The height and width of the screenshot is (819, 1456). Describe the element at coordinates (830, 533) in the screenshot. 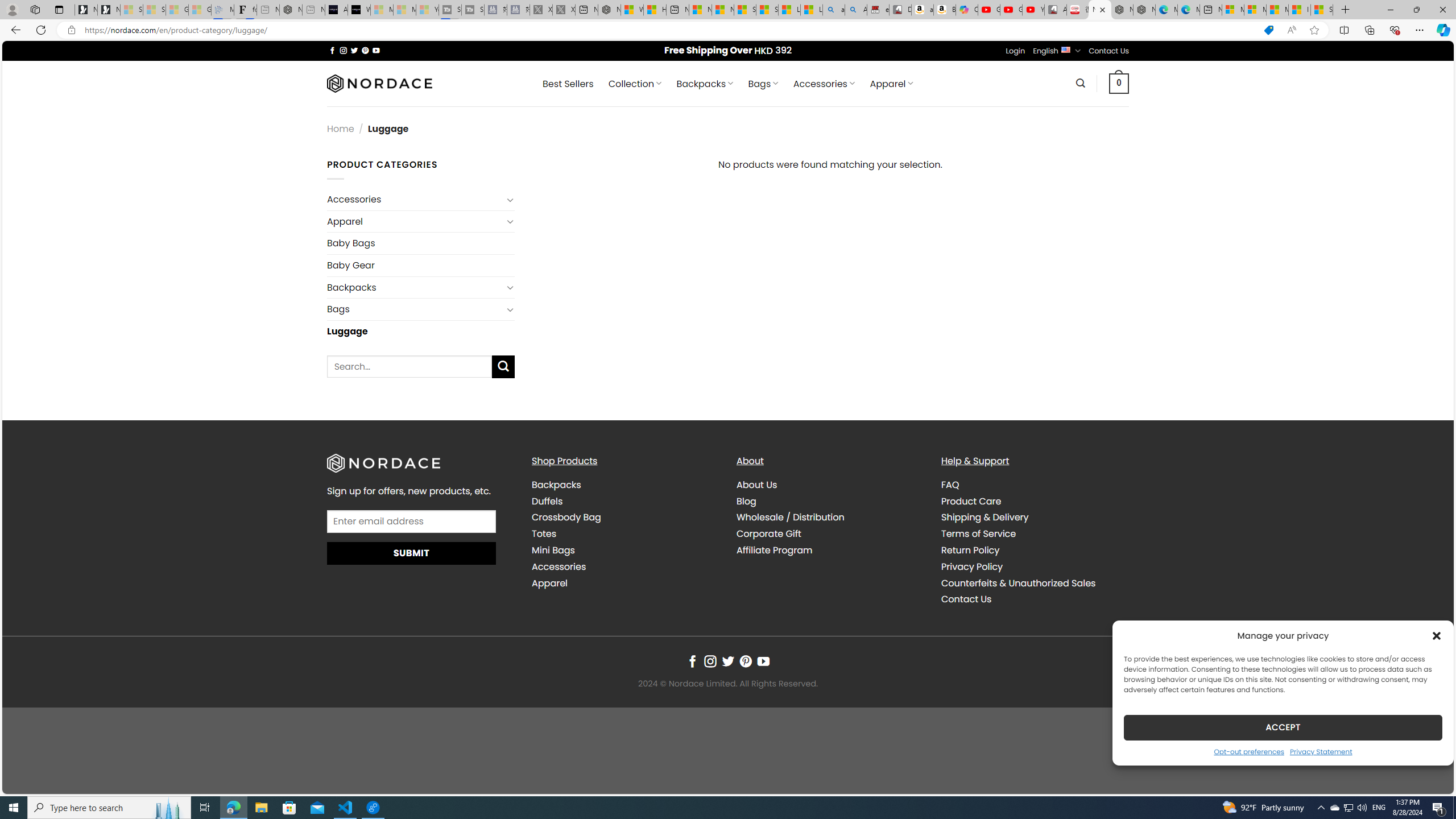

I see `'Corporate Gift'` at that location.